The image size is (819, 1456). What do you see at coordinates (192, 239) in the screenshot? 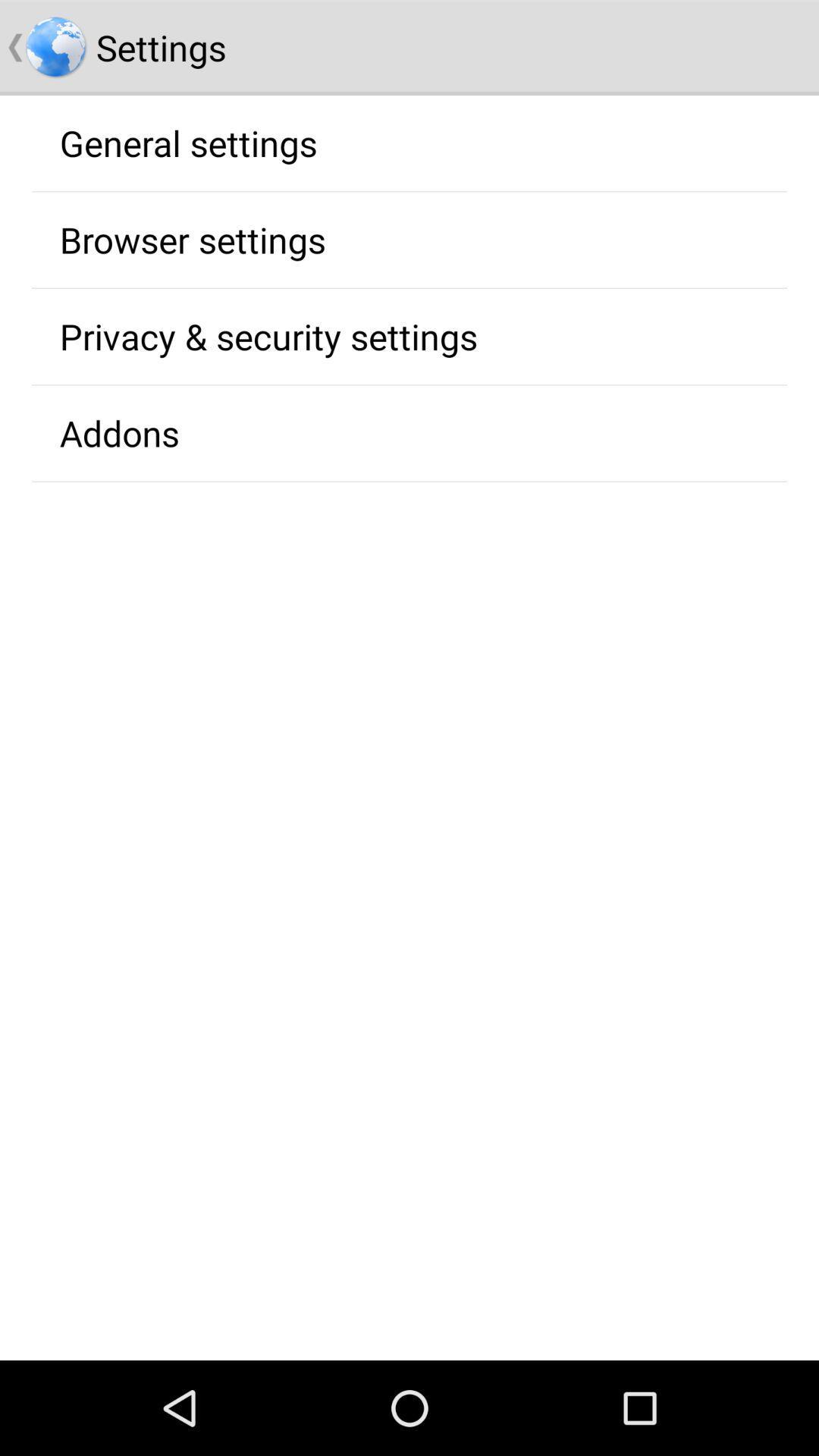
I see `the browser settings icon` at bounding box center [192, 239].